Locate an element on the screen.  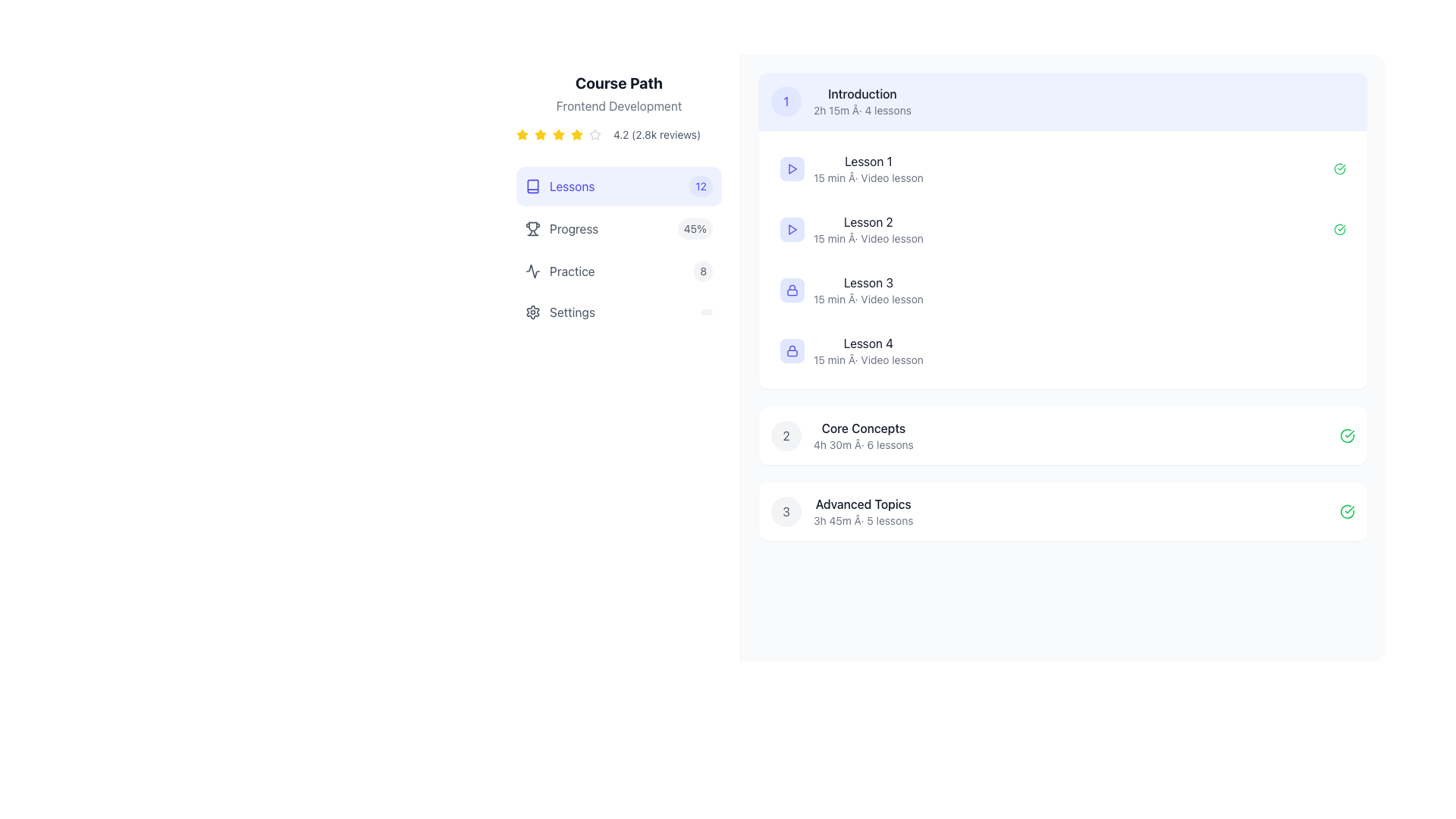
the 'Progress' menu item in the left-hand side navigation menu, which features a trophy icon and the text 'Progress' is located at coordinates (561, 228).